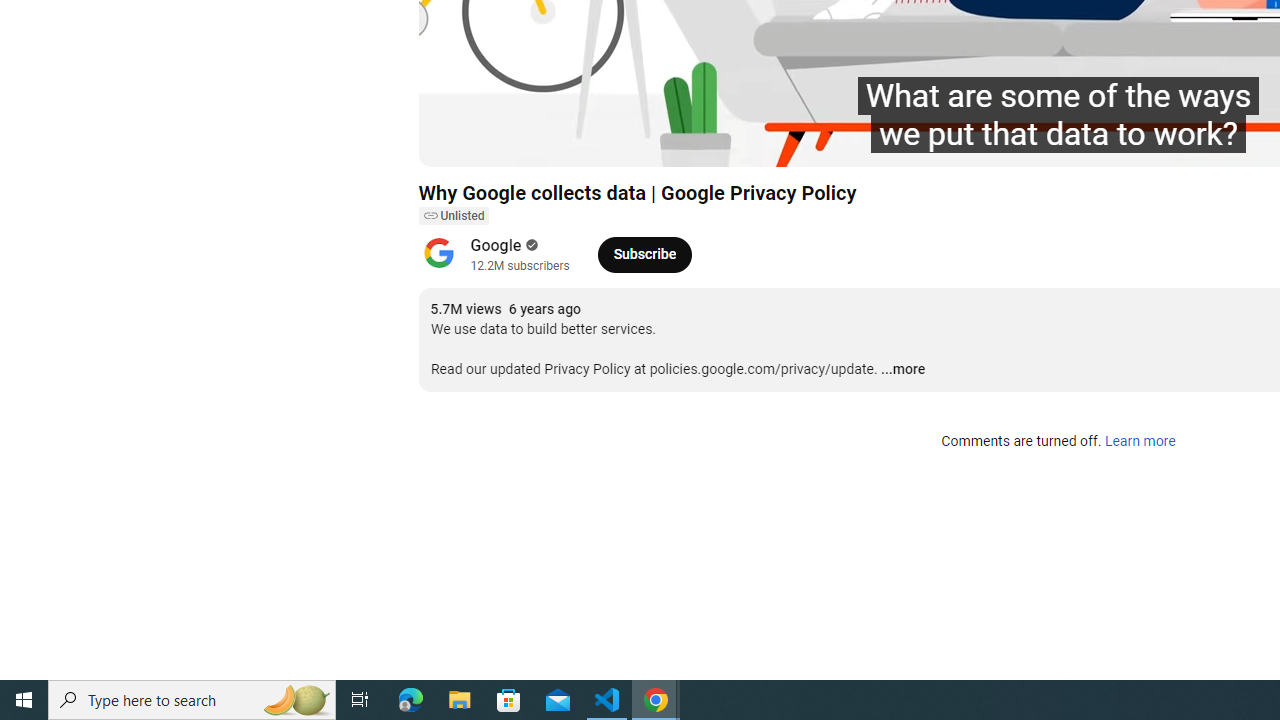  Describe the element at coordinates (644, 253) in the screenshot. I see `'Subscribe to Google.'` at that location.